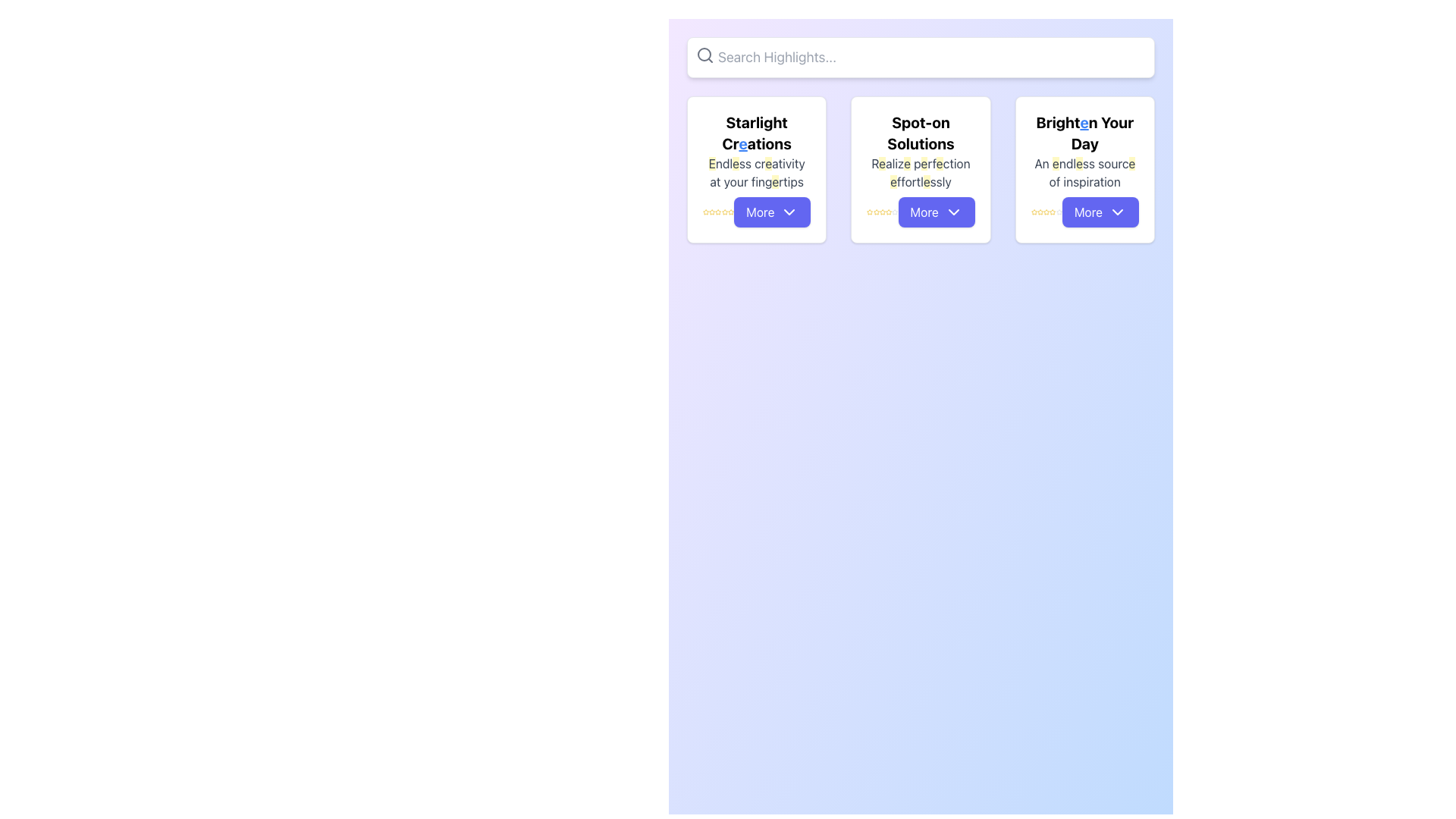  Describe the element at coordinates (875, 164) in the screenshot. I see `text content of the letter 'R' which is the first character of the phrase 'Realize perfection effortlessly' located in the central card of three horizontally aligned cards, below the heading 'Spot-on Solutions'` at that location.